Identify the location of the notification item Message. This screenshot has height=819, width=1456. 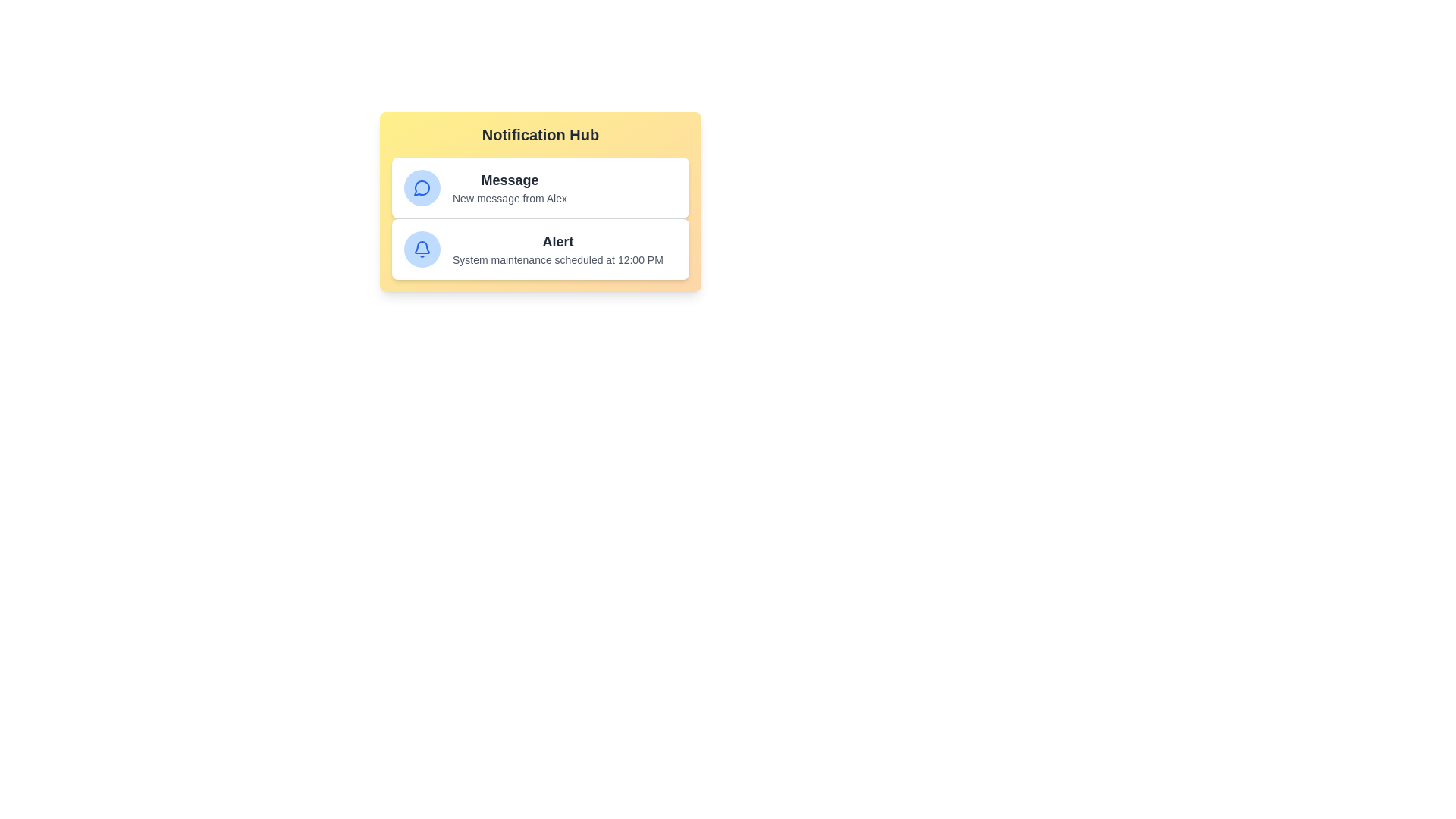
(541, 187).